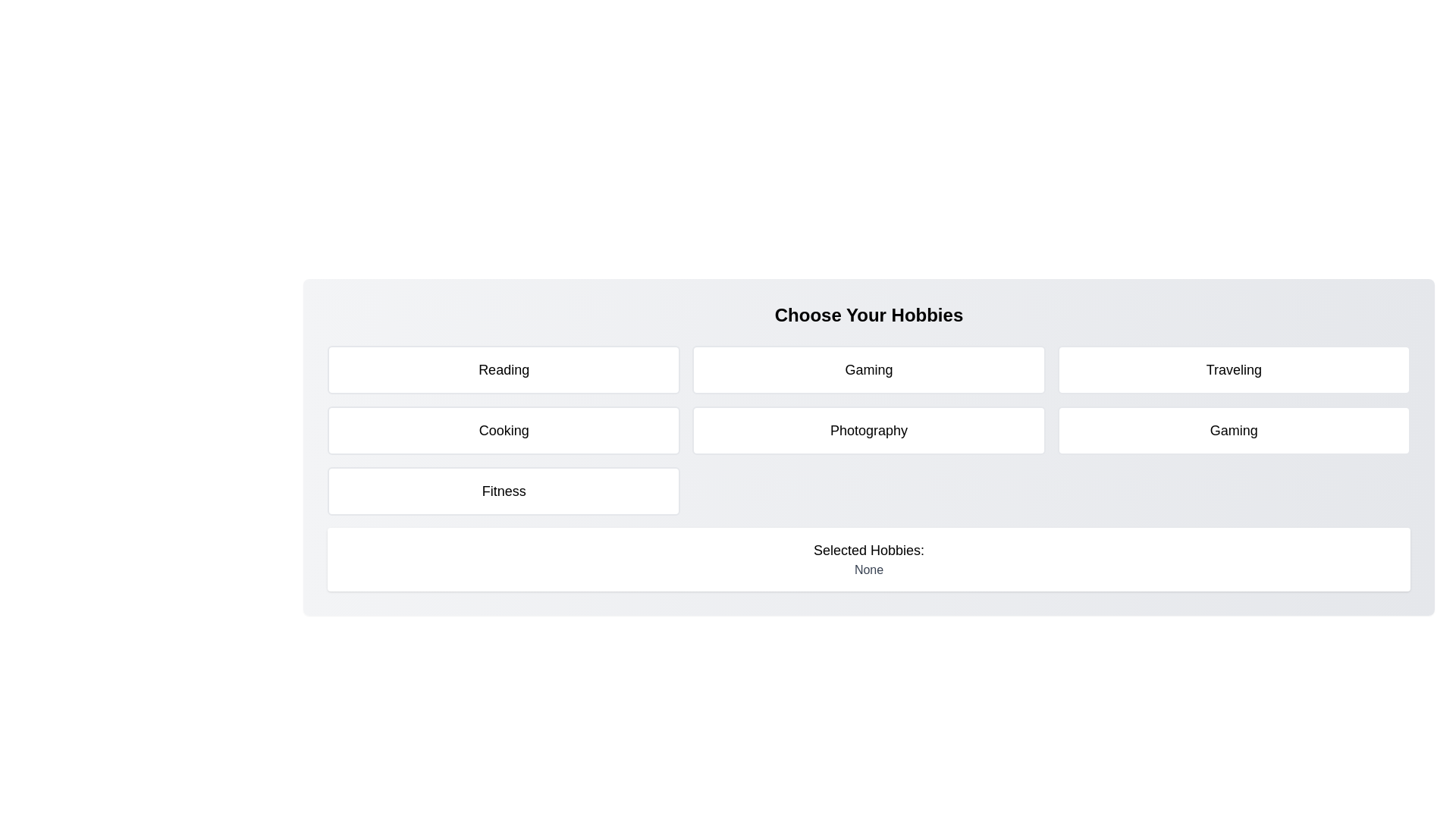 The image size is (1456, 819). I want to click on the tile representing the hobby Fitness to toggle its selection, so click(504, 491).